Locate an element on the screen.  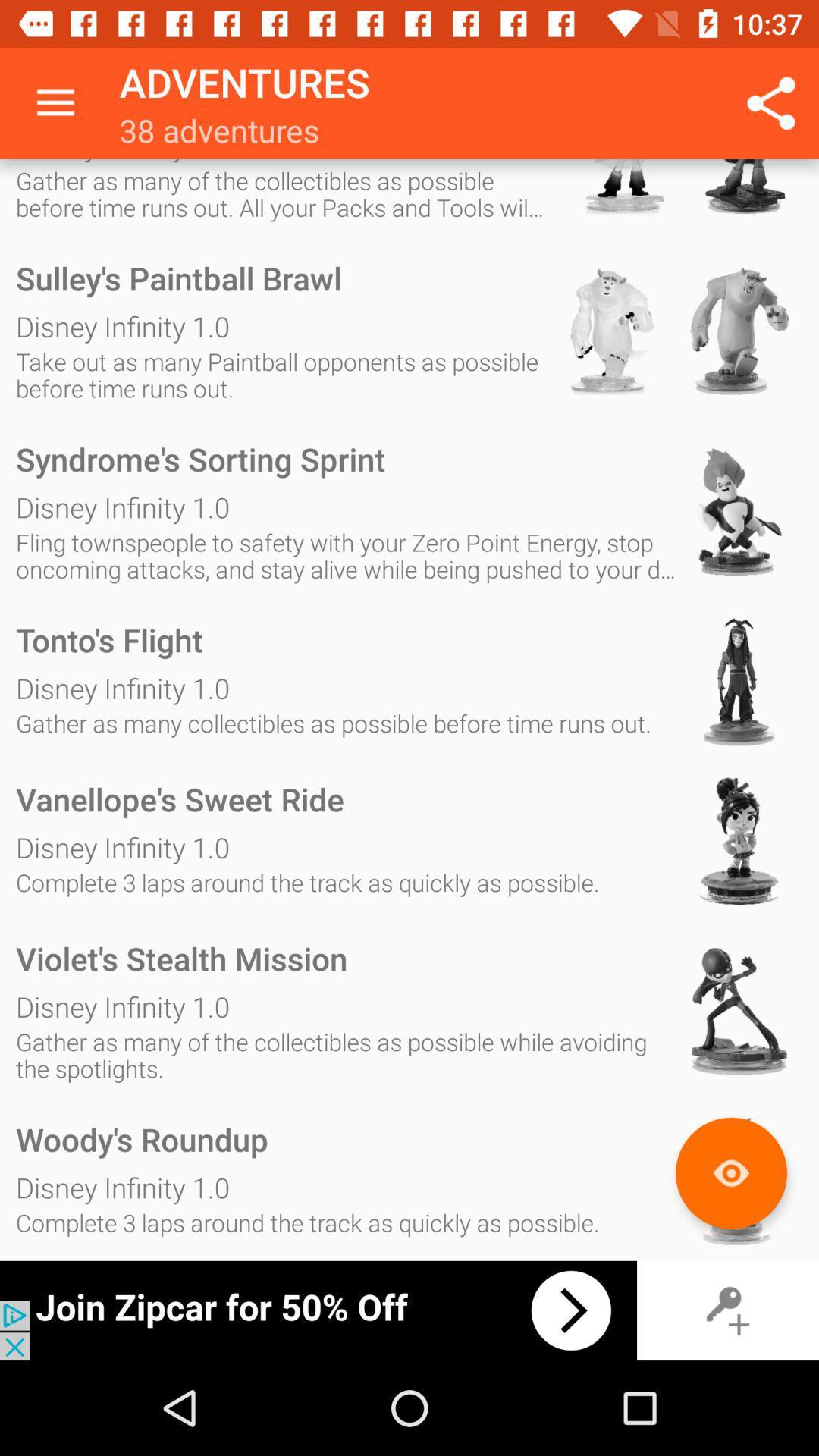
advertisement for discounted sign up for zipcar is located at coordinates (318, 1310).